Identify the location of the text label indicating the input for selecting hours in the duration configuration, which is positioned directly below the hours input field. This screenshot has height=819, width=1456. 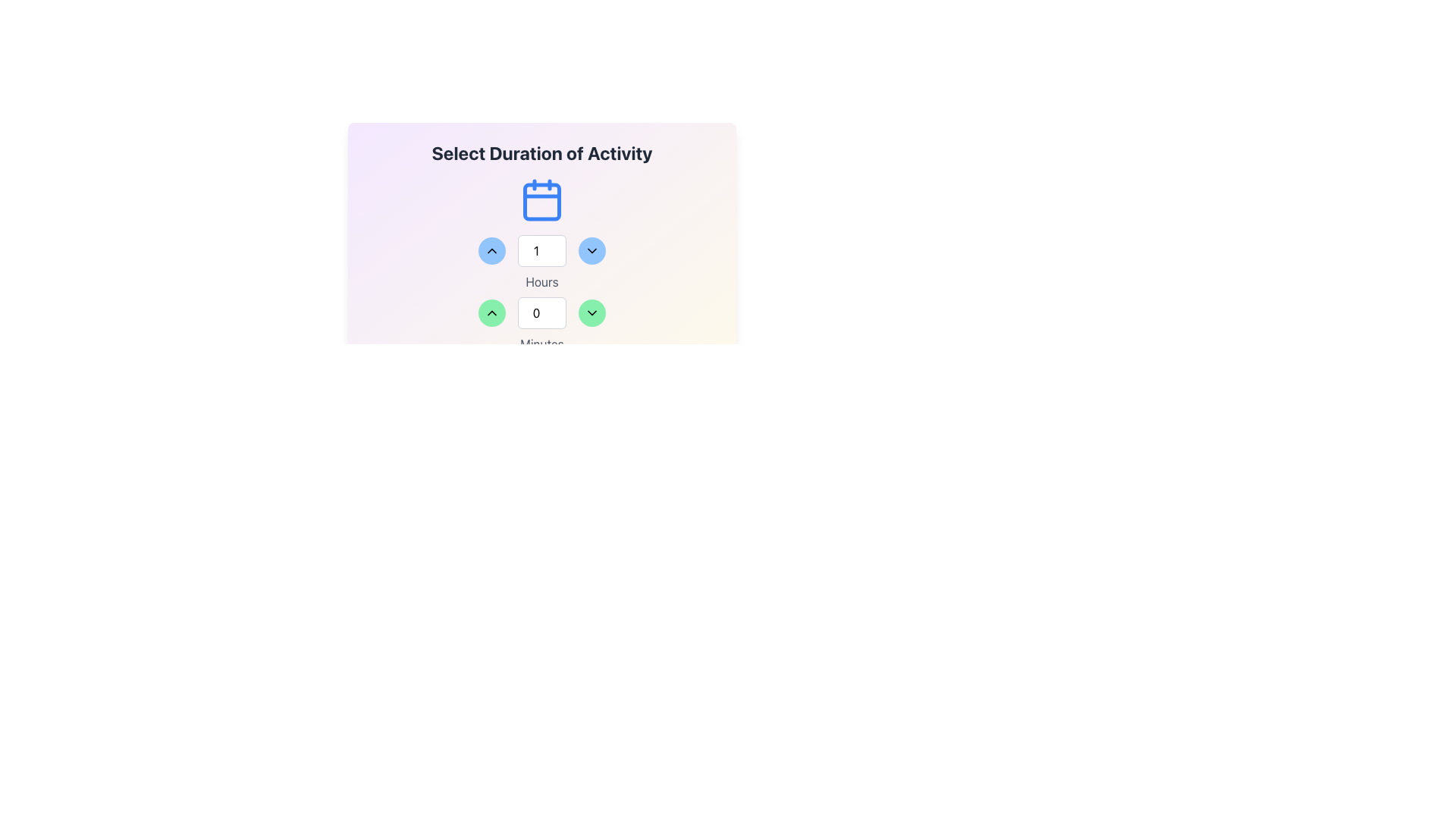
(542, 281).